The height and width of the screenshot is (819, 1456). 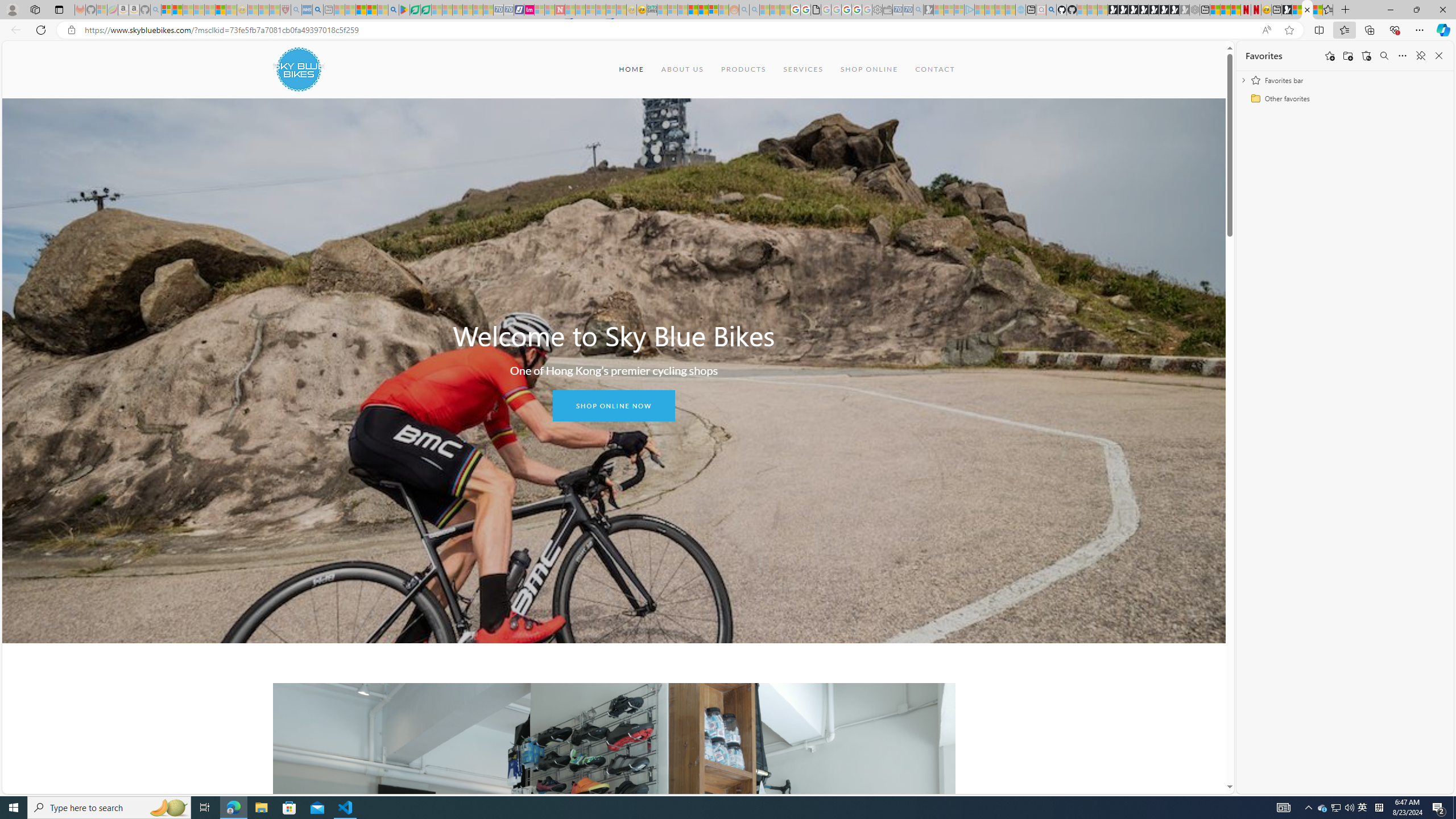 I want to click on 'Microsoft Word - consumer-privacy address update 2.2021', so click(x=427, y=9).